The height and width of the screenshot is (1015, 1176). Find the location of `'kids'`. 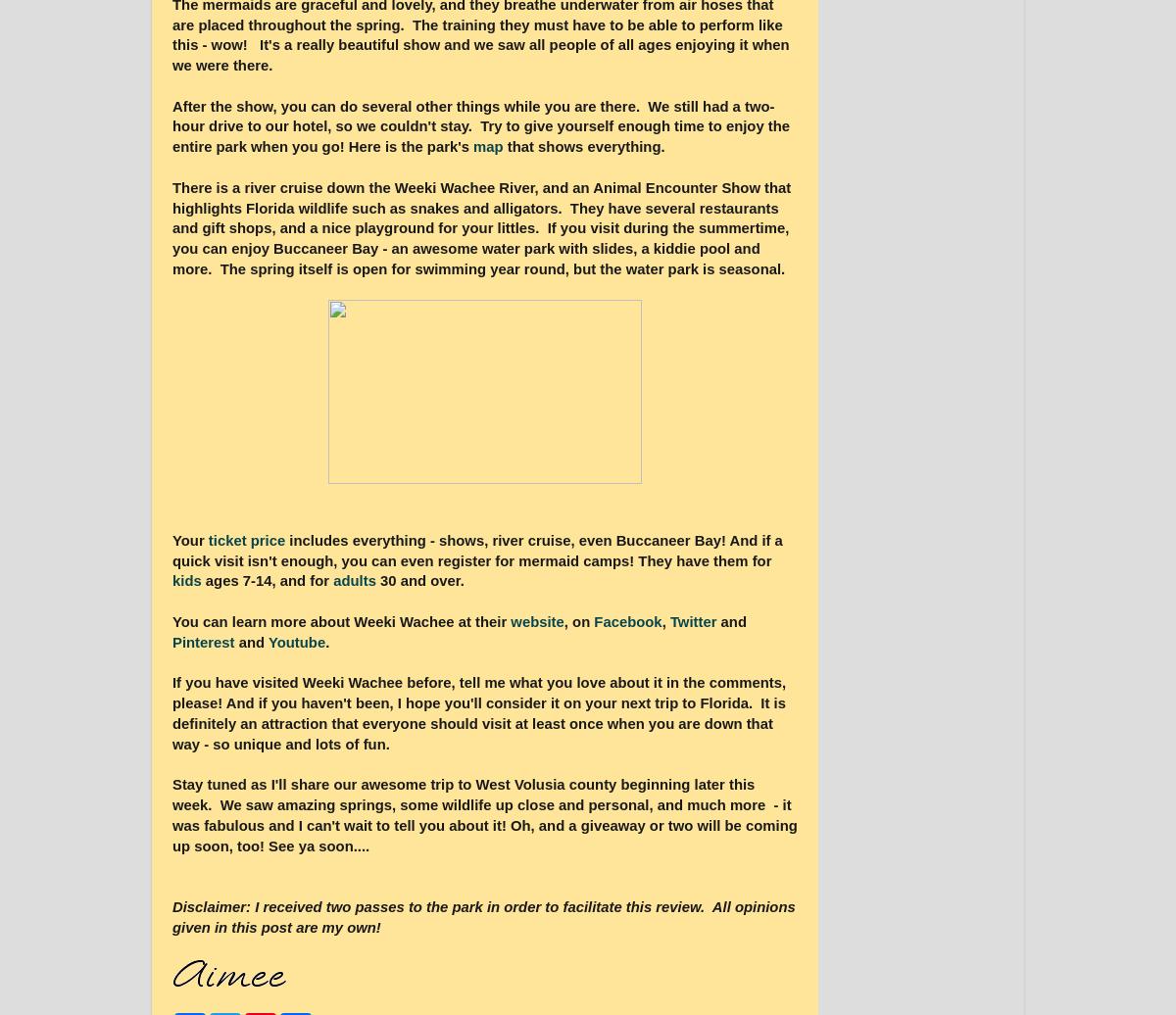

'kids' is located at coordinates (171, 581).